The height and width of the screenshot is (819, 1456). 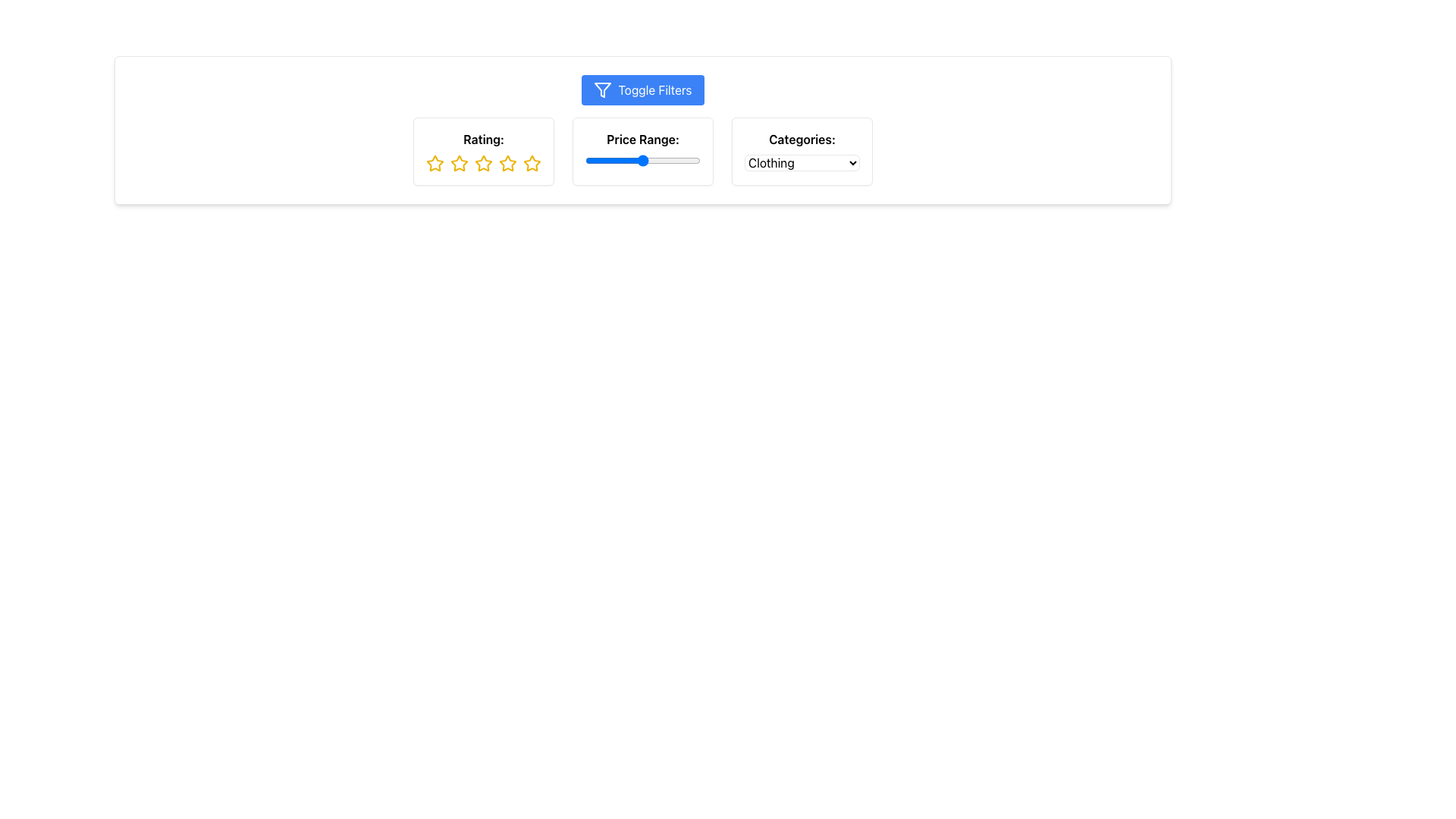 What do you see at coordinates (639, 161) in the screenshot?
I see `the price range slider` at bounding box center [639, 161].